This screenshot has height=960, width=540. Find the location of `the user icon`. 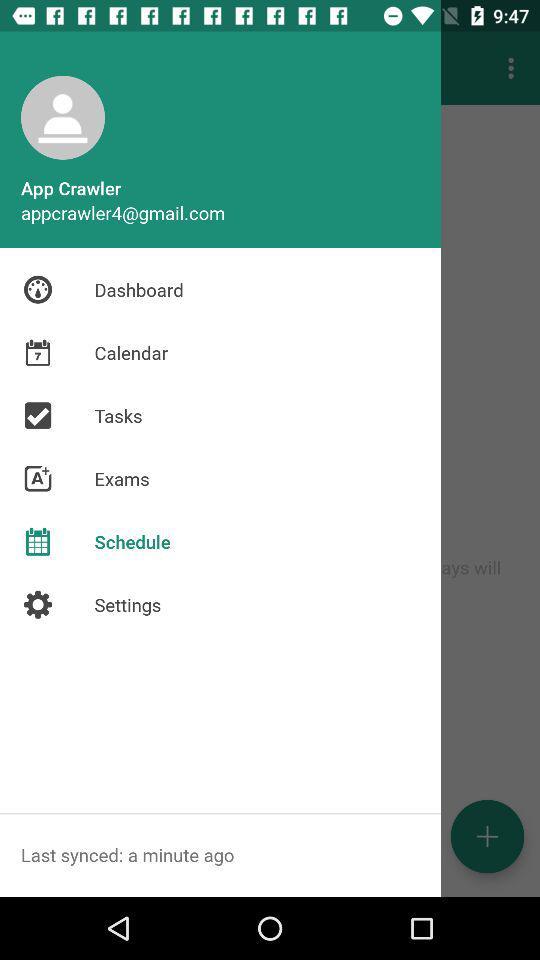

the user icon is located at coordinates (63, 117).